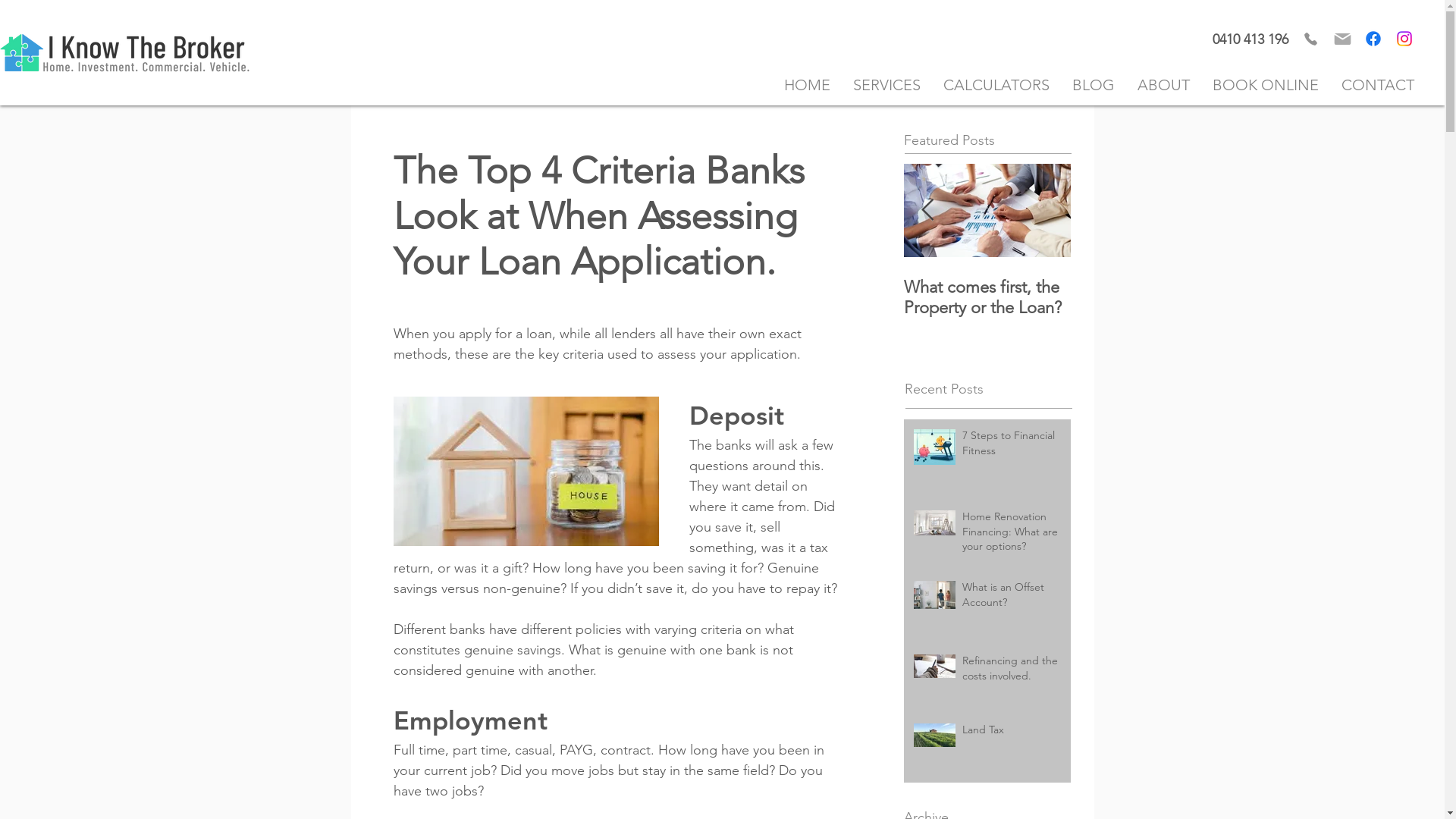 Image resolution: width=1456 pixels, height=819 pixels. What do you see at coordinates (1266, 84) in the screenshot?
I see `'BOOK ONLINE'` at bounding box center [1266, 84].